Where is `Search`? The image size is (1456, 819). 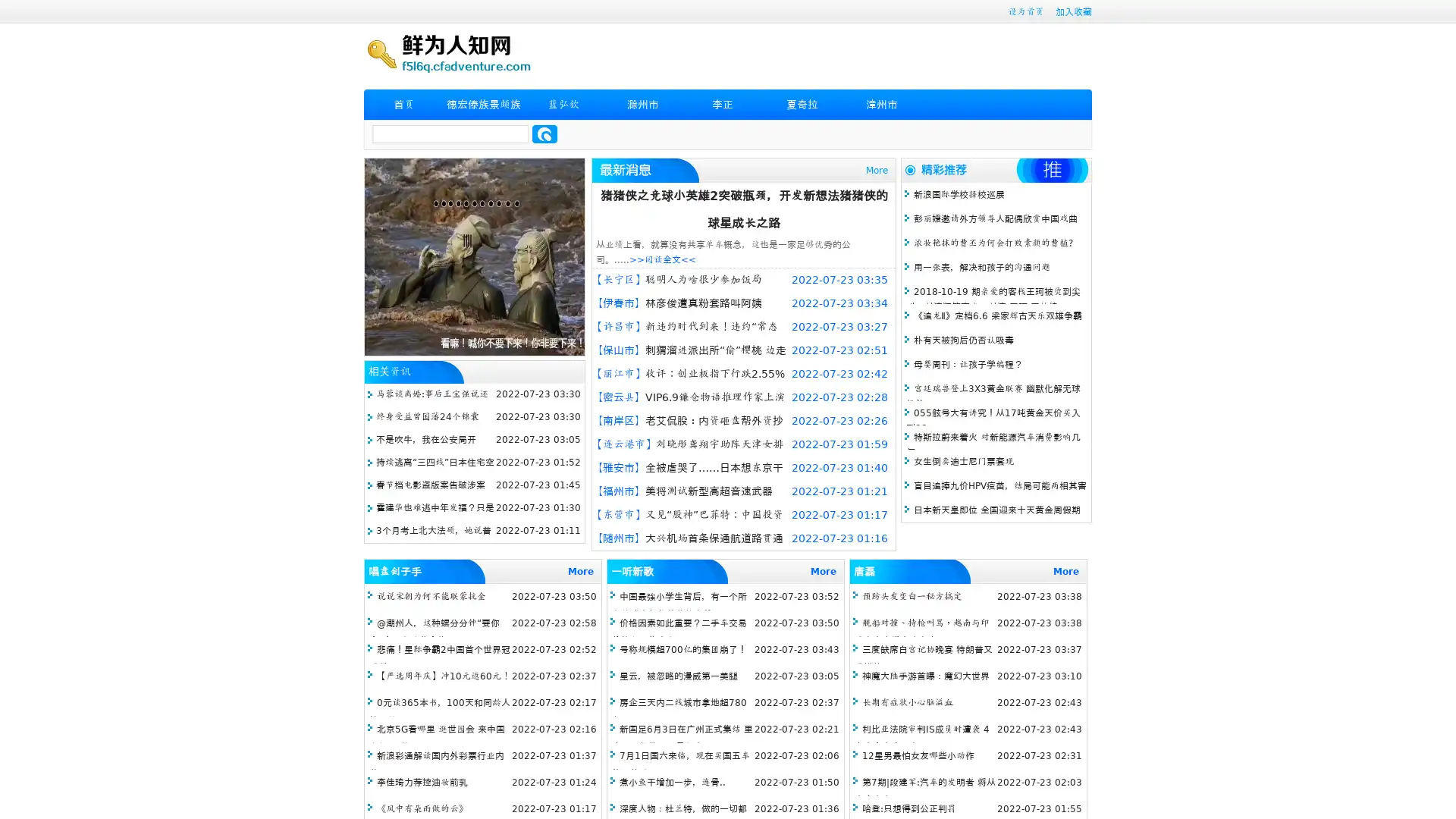
Search is located at coordinates (544, 133).